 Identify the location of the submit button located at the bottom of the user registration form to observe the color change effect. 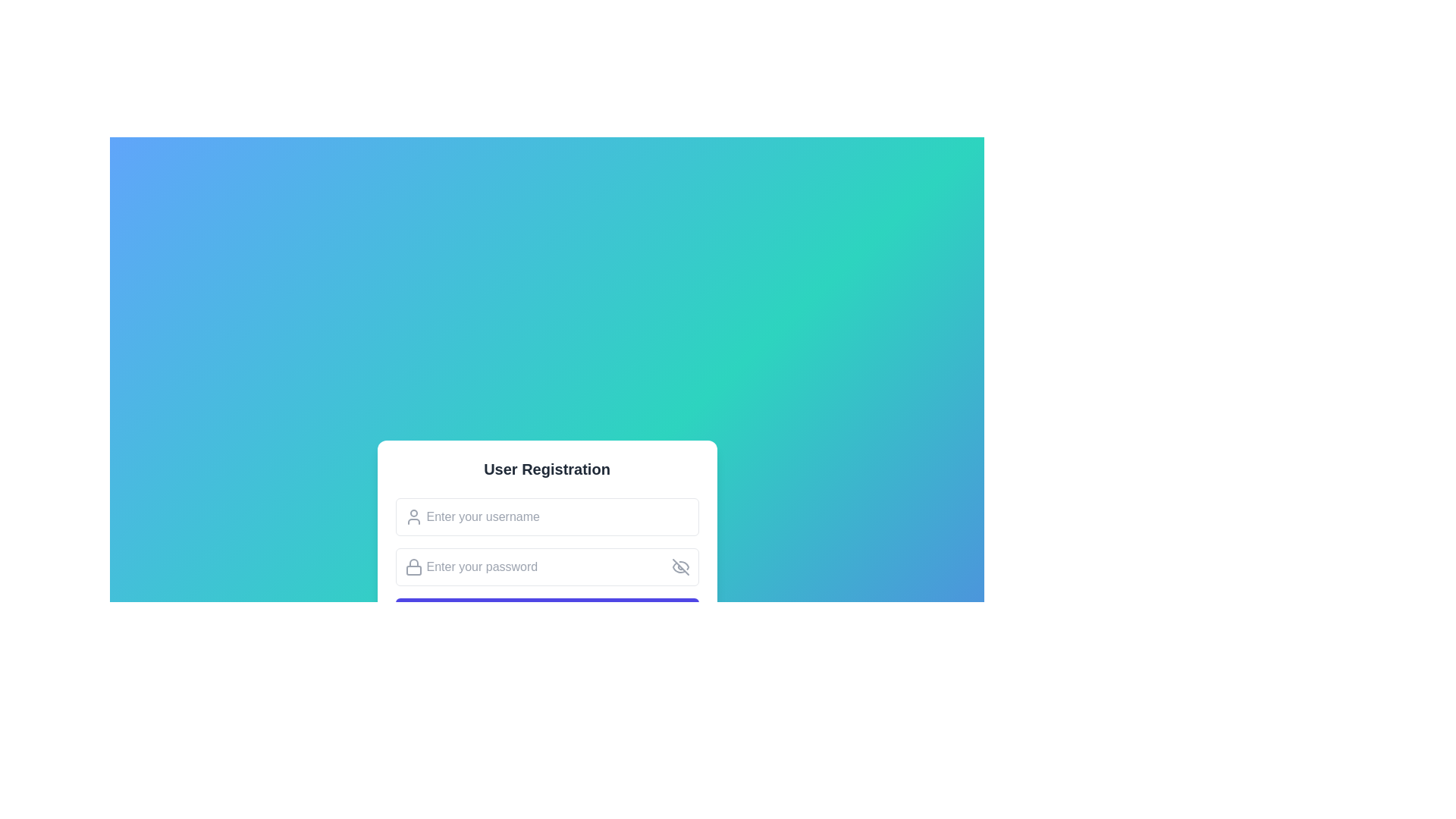
(546, 617).